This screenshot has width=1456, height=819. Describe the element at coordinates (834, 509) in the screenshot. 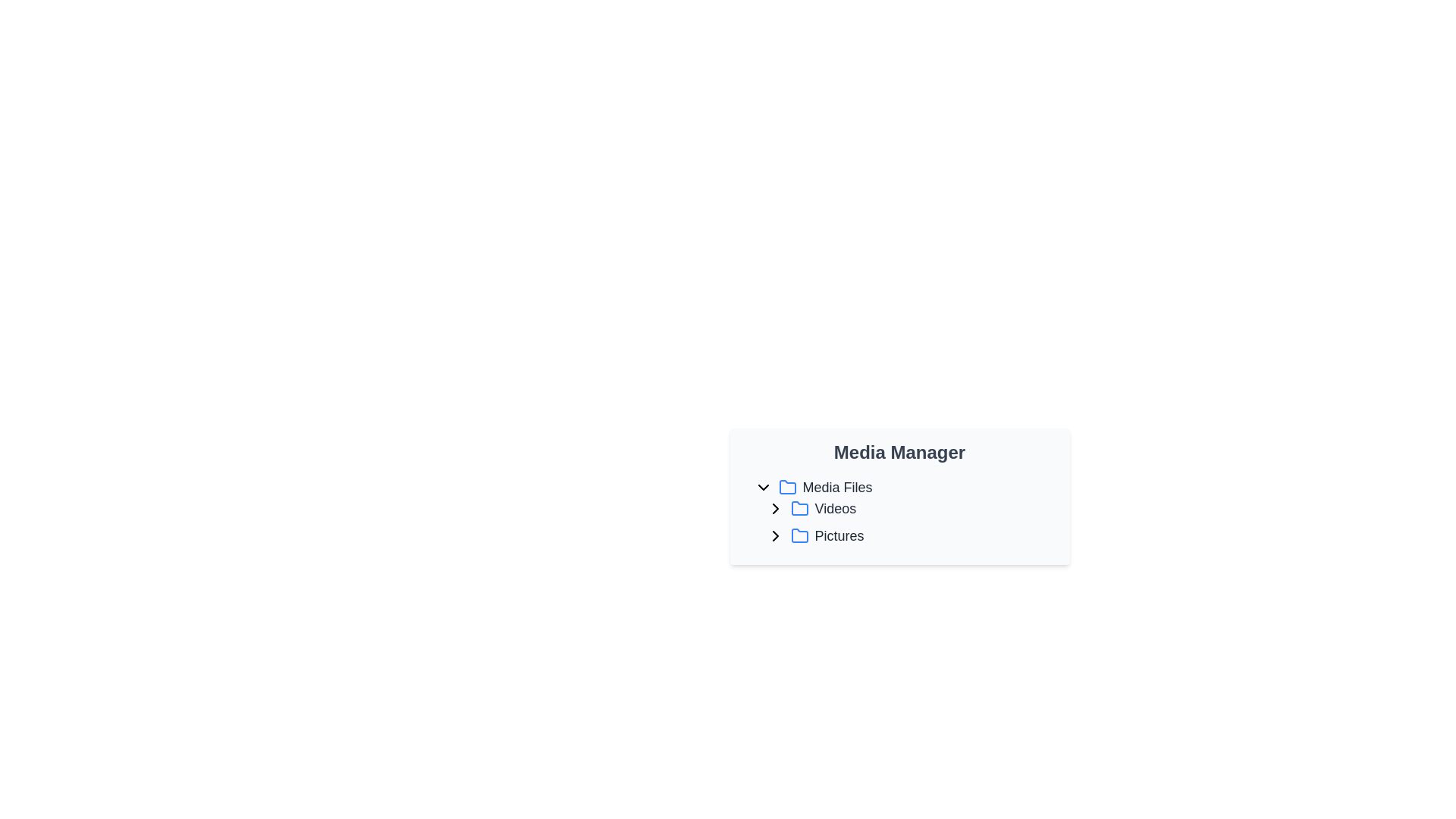

I see `the text label displaying 'Videos'` at that location.